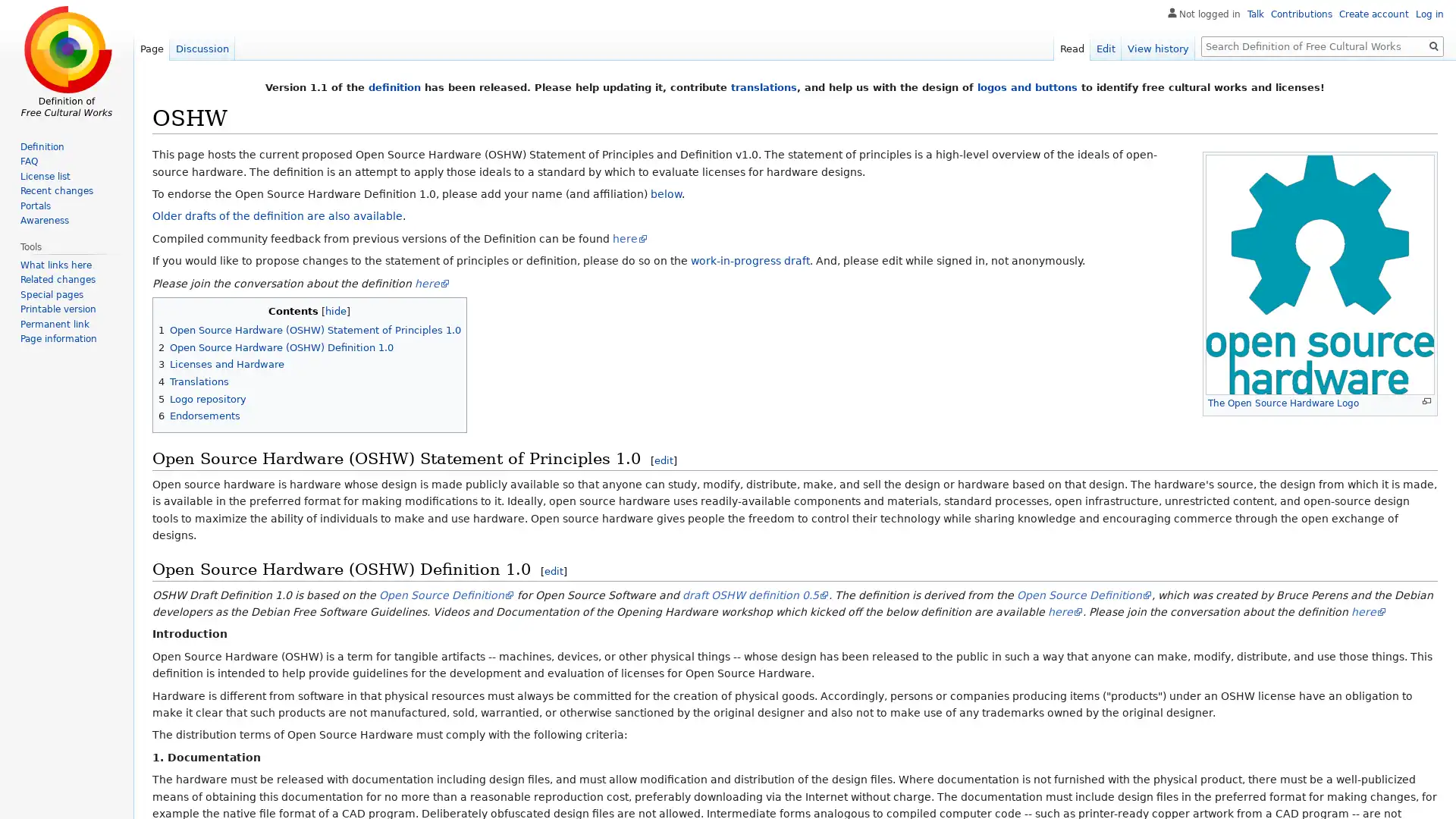 This screenshot has height=819, width=1456. What do you see at coordinates (1433, 45) in the screenshot?
I see `Go` at bounding box center [1433, 45].